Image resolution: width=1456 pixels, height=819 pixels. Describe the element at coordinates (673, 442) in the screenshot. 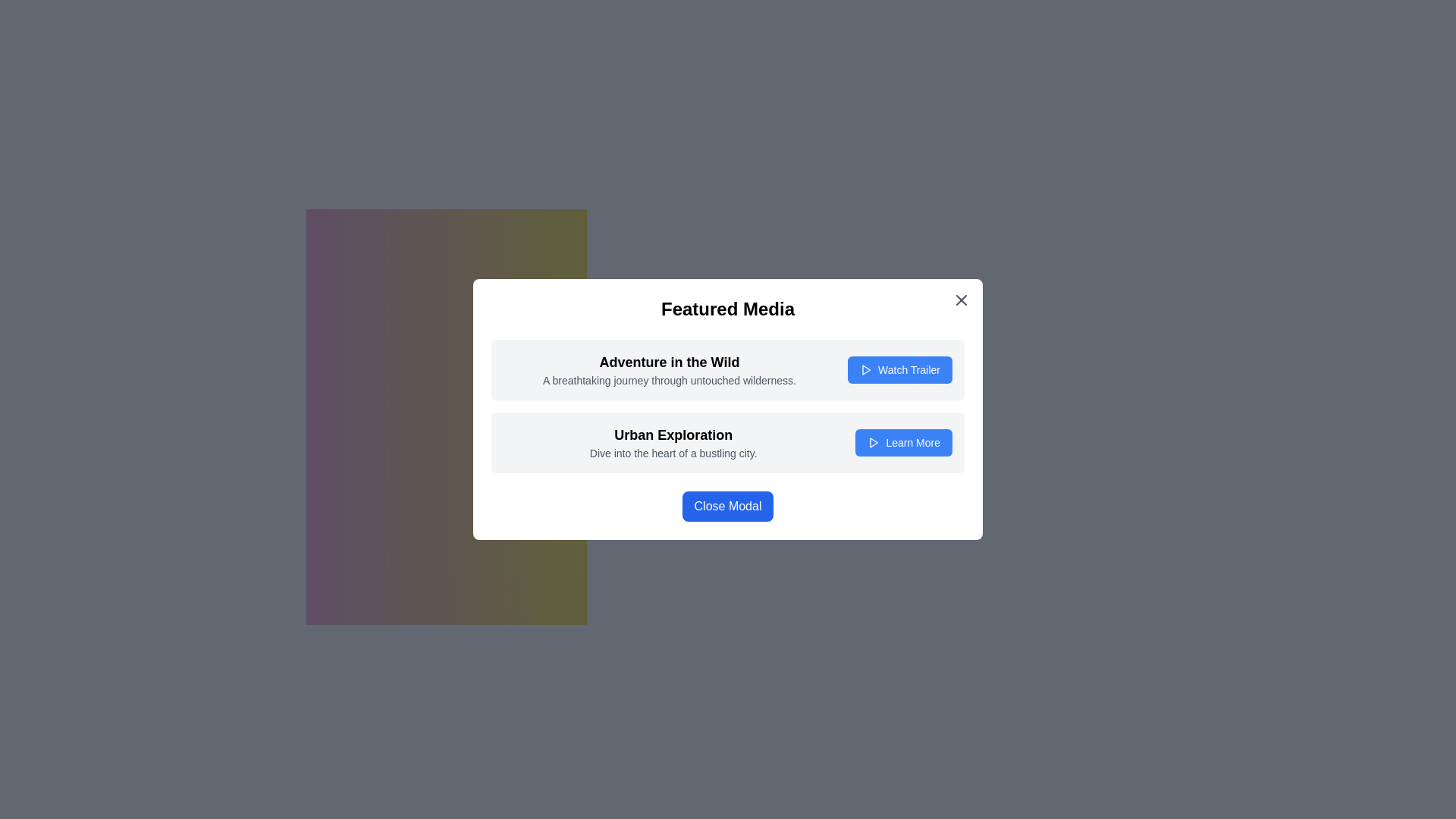

I see `the static text block that serves as a descriptive feature label for the 'Urban Exploration' media item, which includes a bold header and a lighter paragraph` at that location.